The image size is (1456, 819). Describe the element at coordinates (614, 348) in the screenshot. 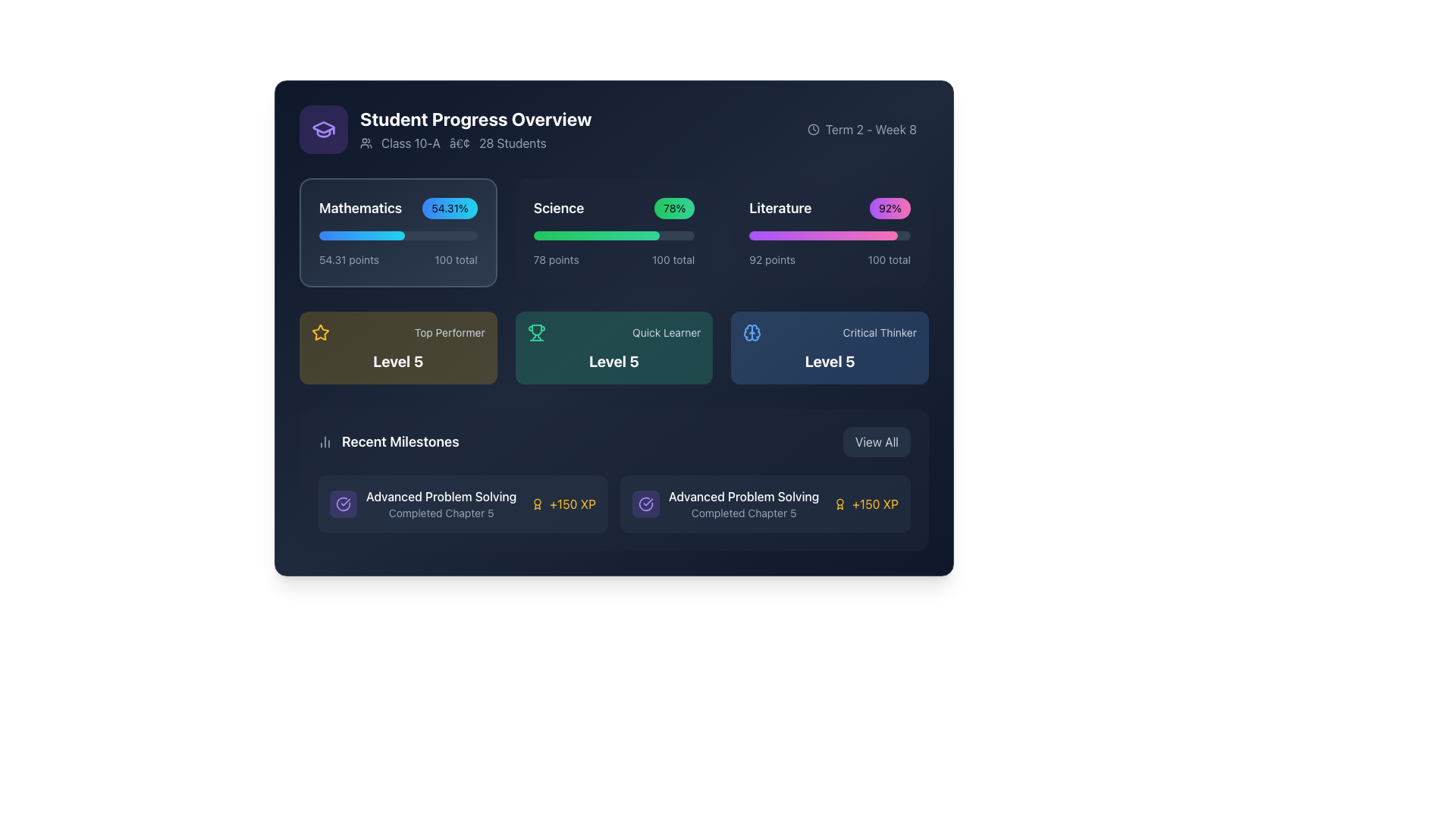

I see `the 'Quick Learner' achievement card, which is the second card in a grid layout, located between 'Top Performer' and 'Critical Thinker'` at that location.